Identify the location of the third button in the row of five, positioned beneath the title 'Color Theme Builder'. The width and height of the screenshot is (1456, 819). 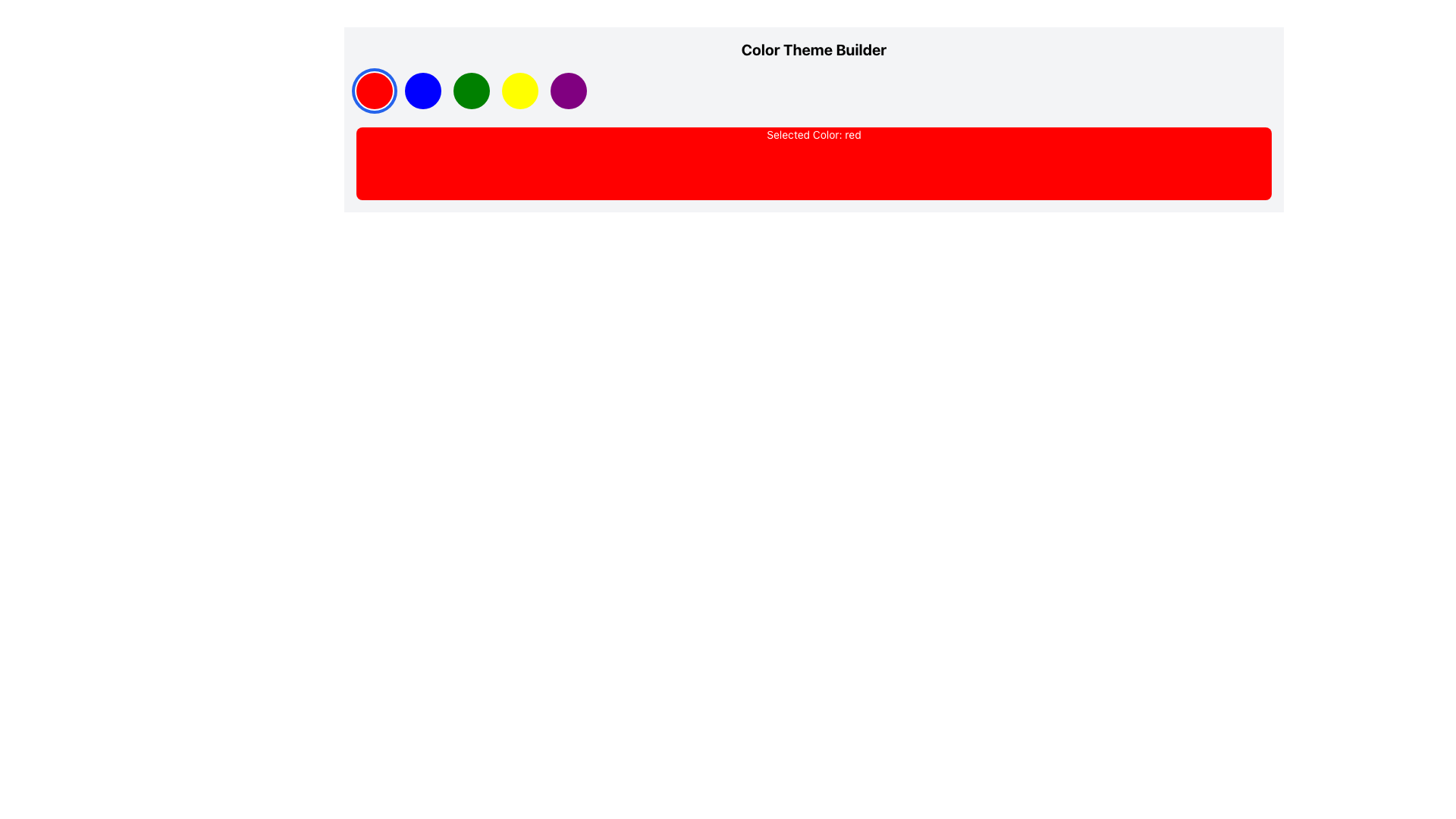
(471, 90).